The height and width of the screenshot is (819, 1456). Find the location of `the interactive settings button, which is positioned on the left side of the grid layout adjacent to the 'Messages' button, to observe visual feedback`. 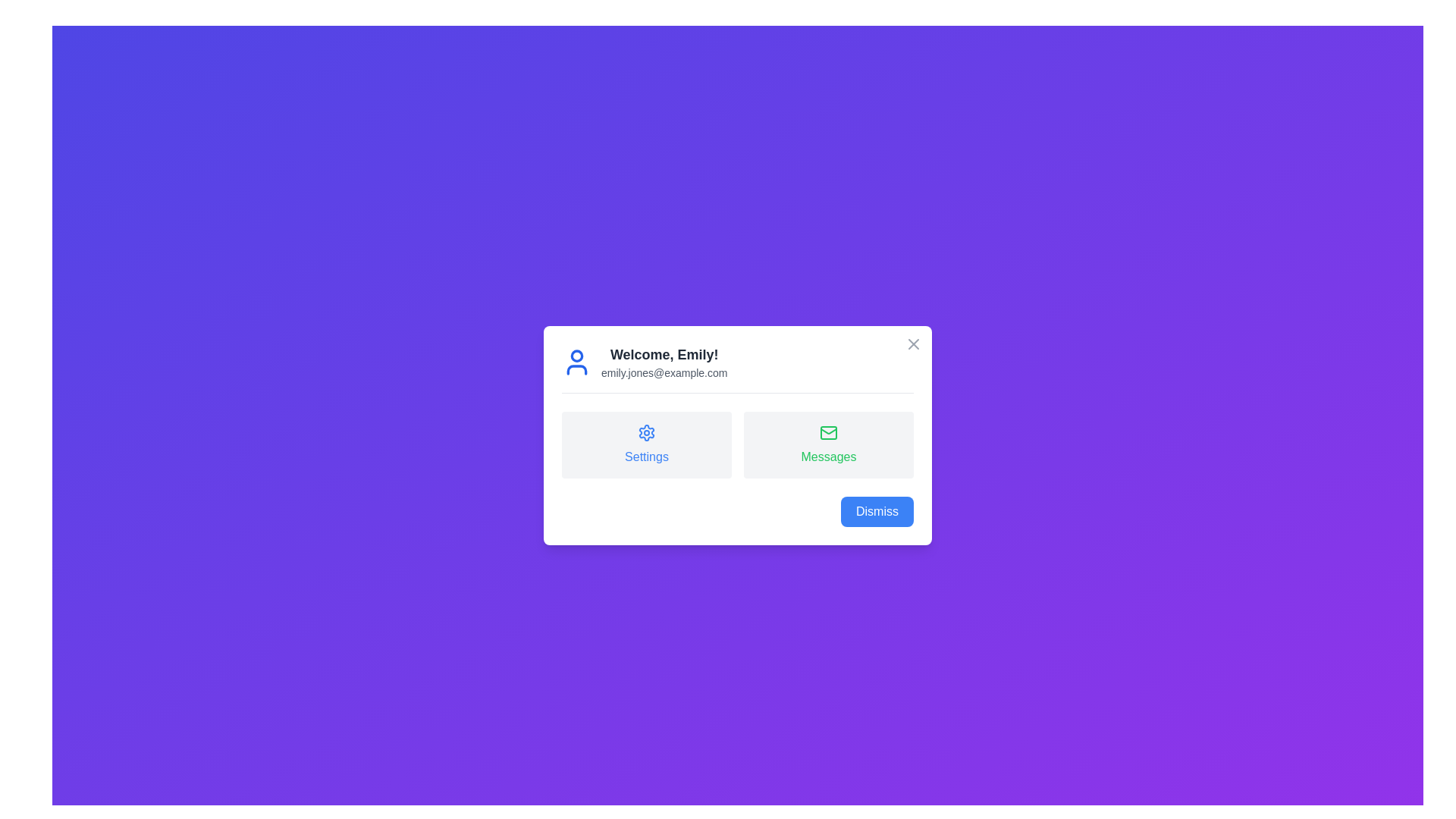

the interactive settings button, which is positioned on the left side of the grid layout adjacent to the 'Messages' button, to observe visual feedback is located at coordinates (647, 444).